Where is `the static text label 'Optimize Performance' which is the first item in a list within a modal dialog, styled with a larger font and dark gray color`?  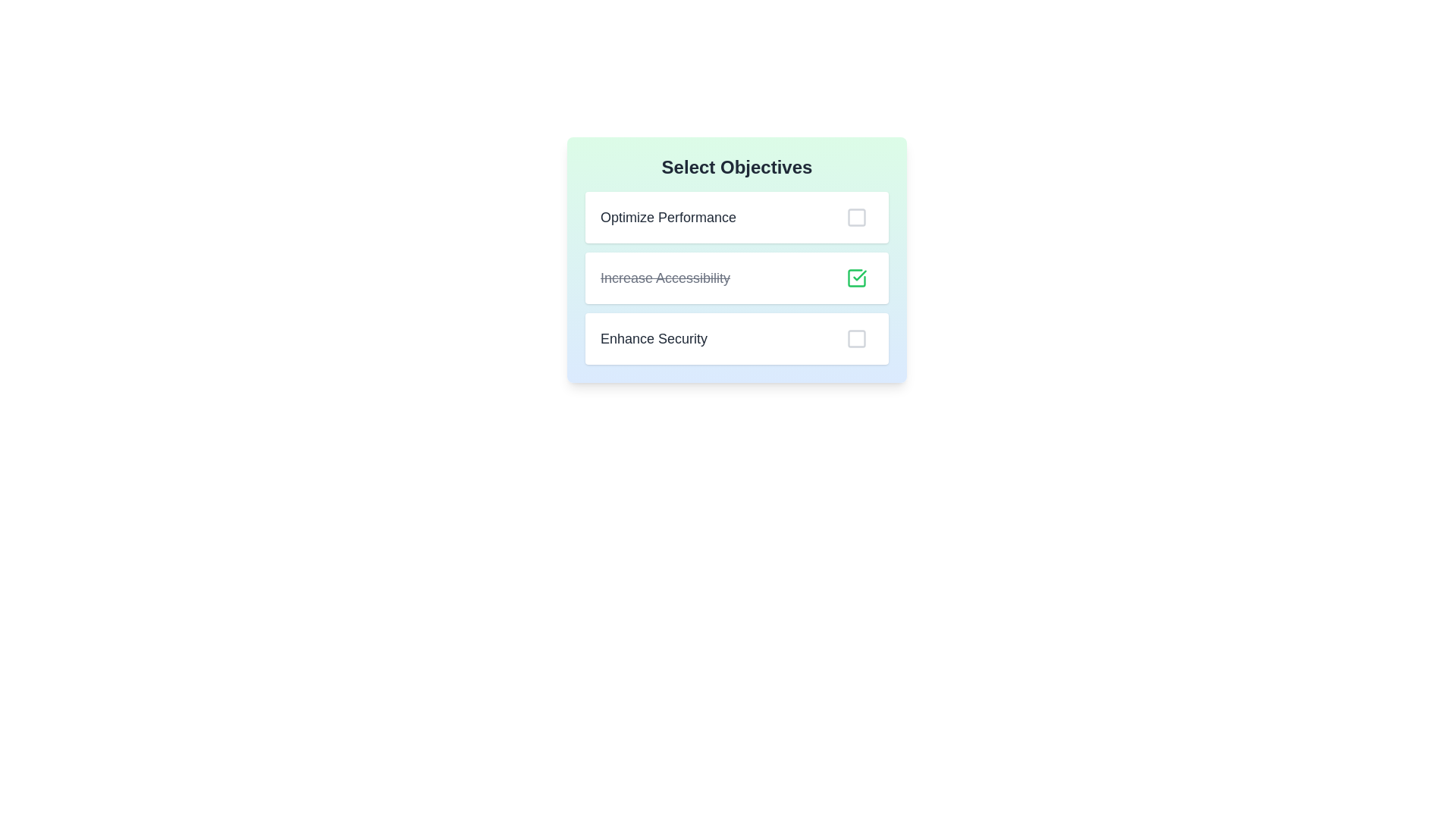 the static text label 'Optimize Performance' which is the first item in a list within a modal dialog, styled with a larger font and dark gray color is located at coordinates (667, 217).